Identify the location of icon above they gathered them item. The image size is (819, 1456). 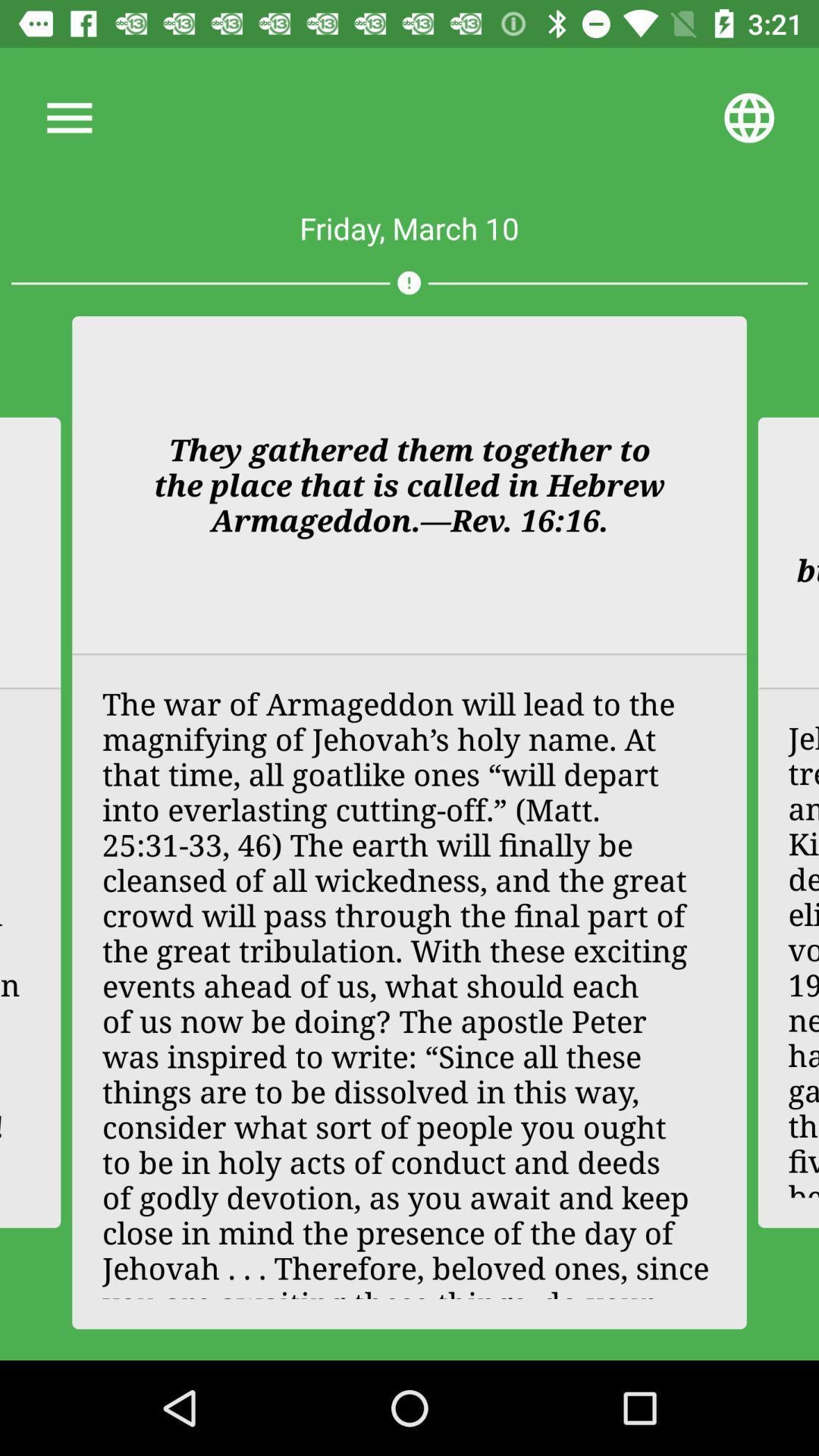
(408, 282).